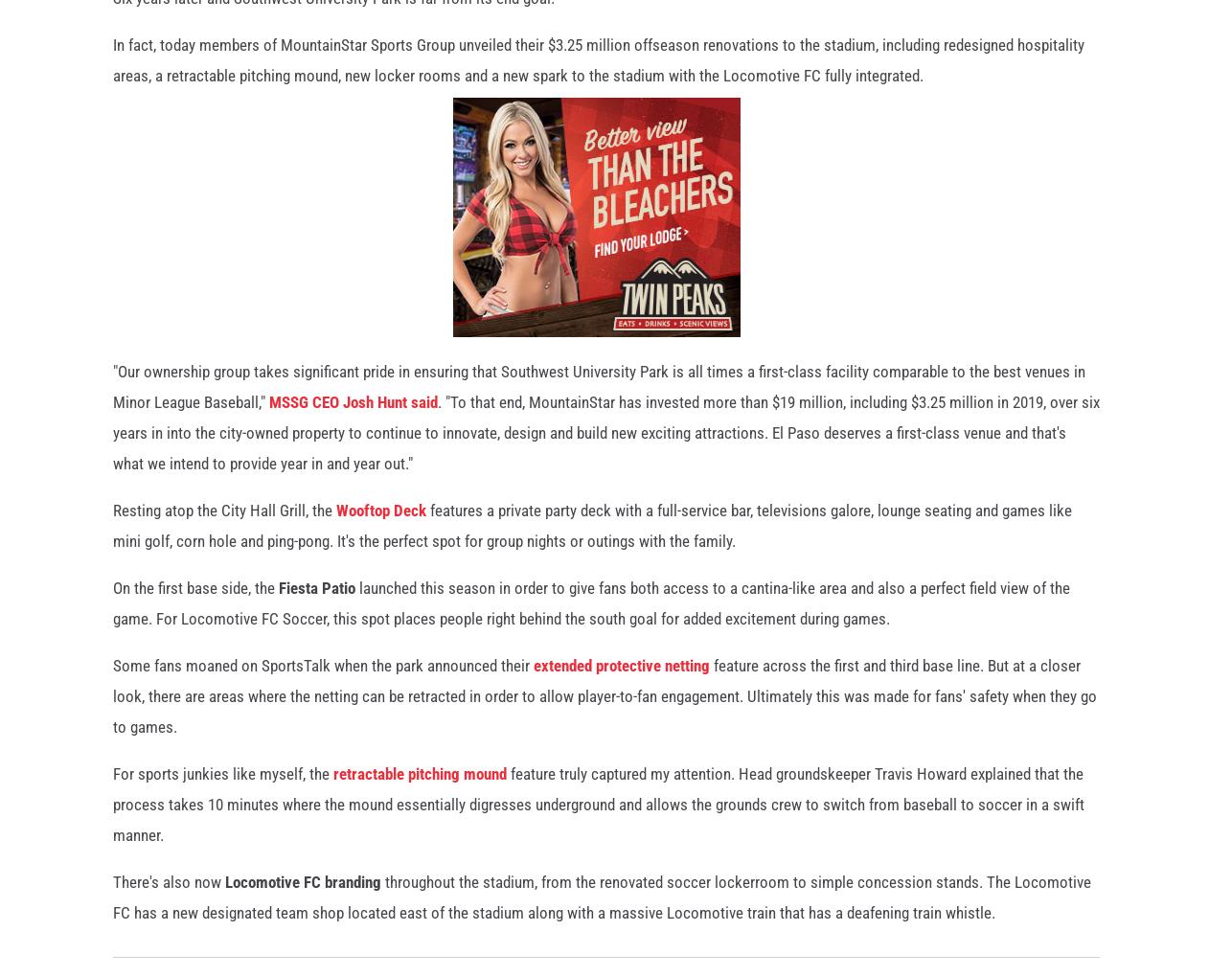  Describe the element at coordinates (591, 534) in the screenshot. I see `'features a private party deck with a full-service bar, televisions galore, lounge seating and games like mini golf, corn hole and ping-pong. It's the perfect spot for group nights or outings with the family.'` at that location.